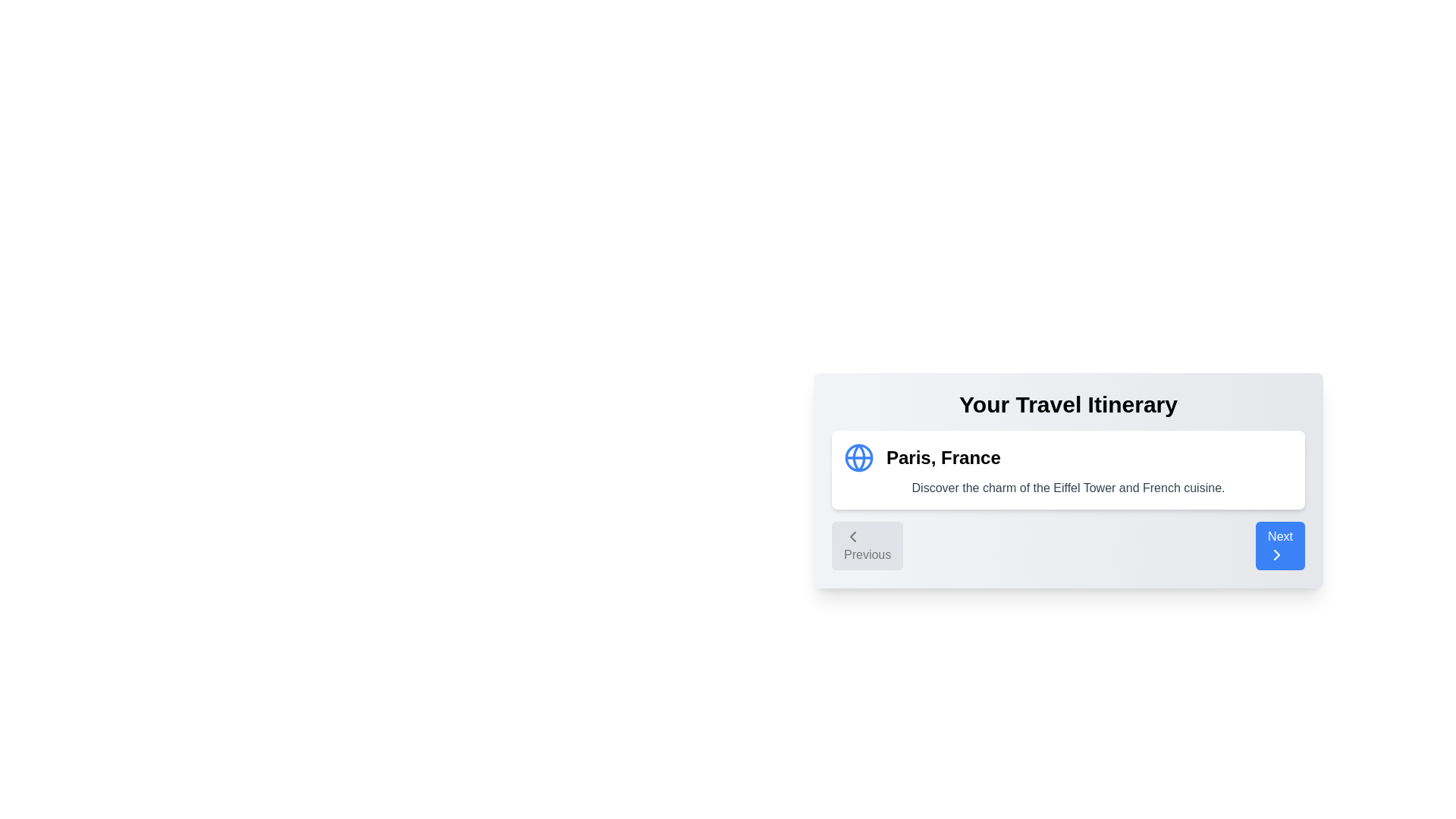  What do you see at coordinates (1276, 555) in the screenshot?
I see `the right-pointing chevron icon inside the blue 'Next' button located at the bottom-right corner of the interface` at bounding box center [1276, 555].